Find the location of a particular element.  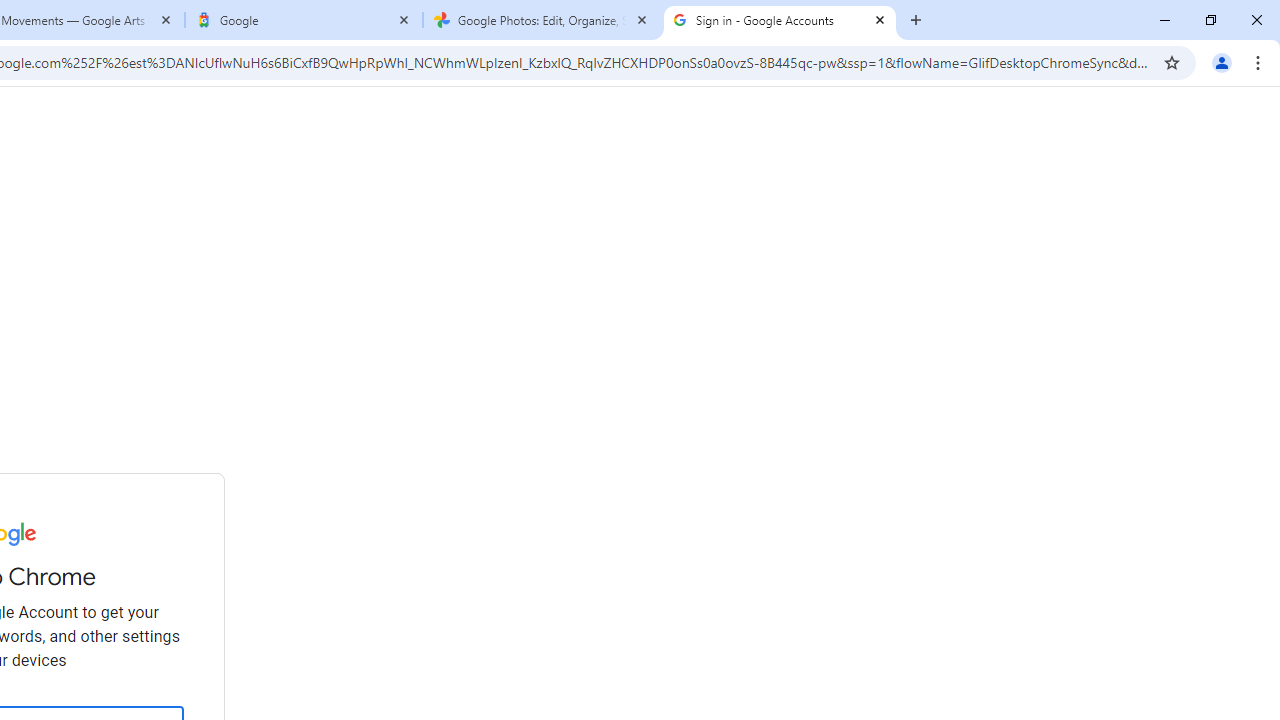

'Google' is located at coordinates (303, 20).